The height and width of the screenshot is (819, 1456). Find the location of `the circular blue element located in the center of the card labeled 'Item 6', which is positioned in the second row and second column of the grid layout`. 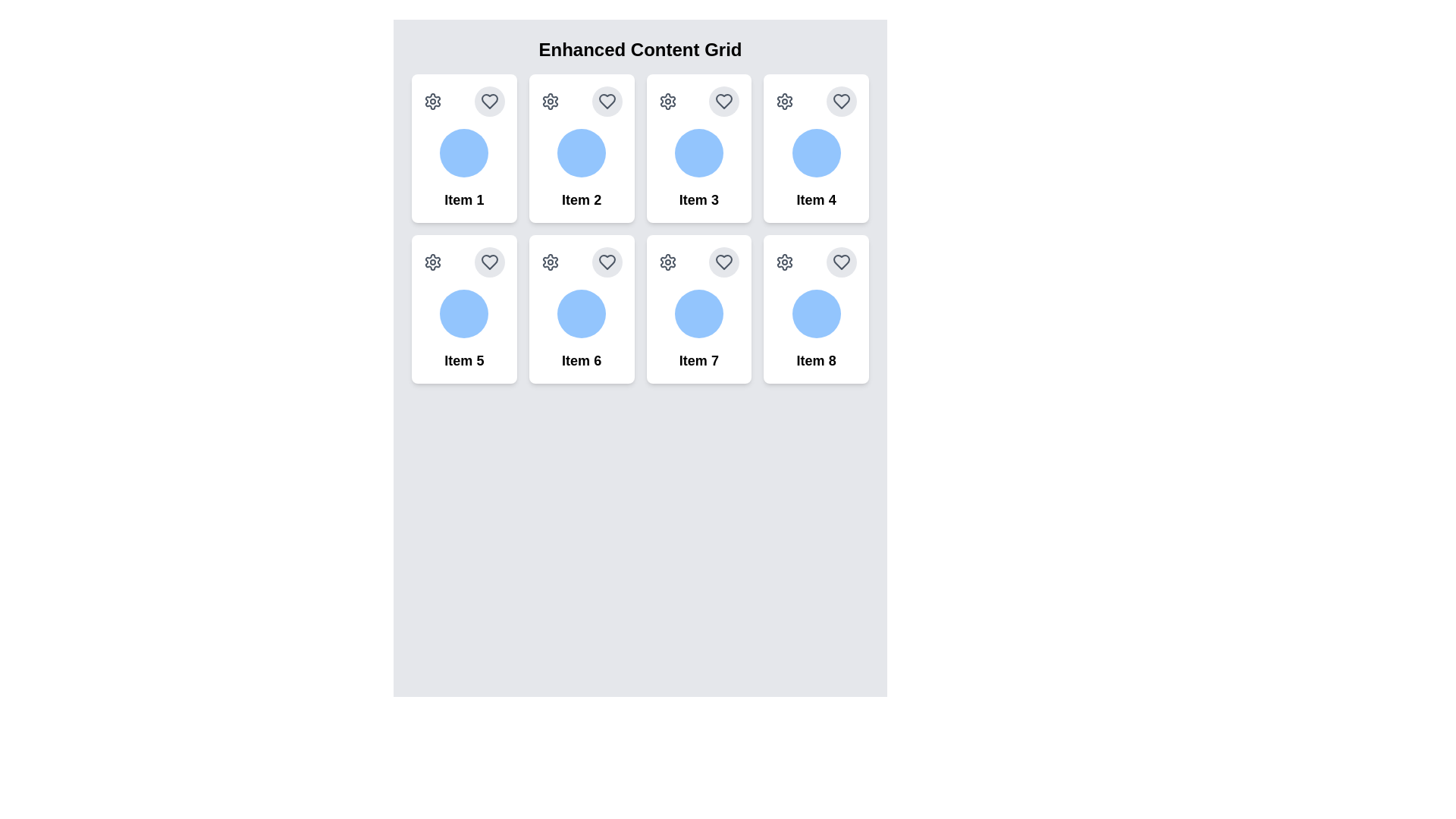

the circular blue element located in the center of the card labeled 'Item 6', which is positioned in the second row and second column of the grid layout is located at coordinates (581, 312).